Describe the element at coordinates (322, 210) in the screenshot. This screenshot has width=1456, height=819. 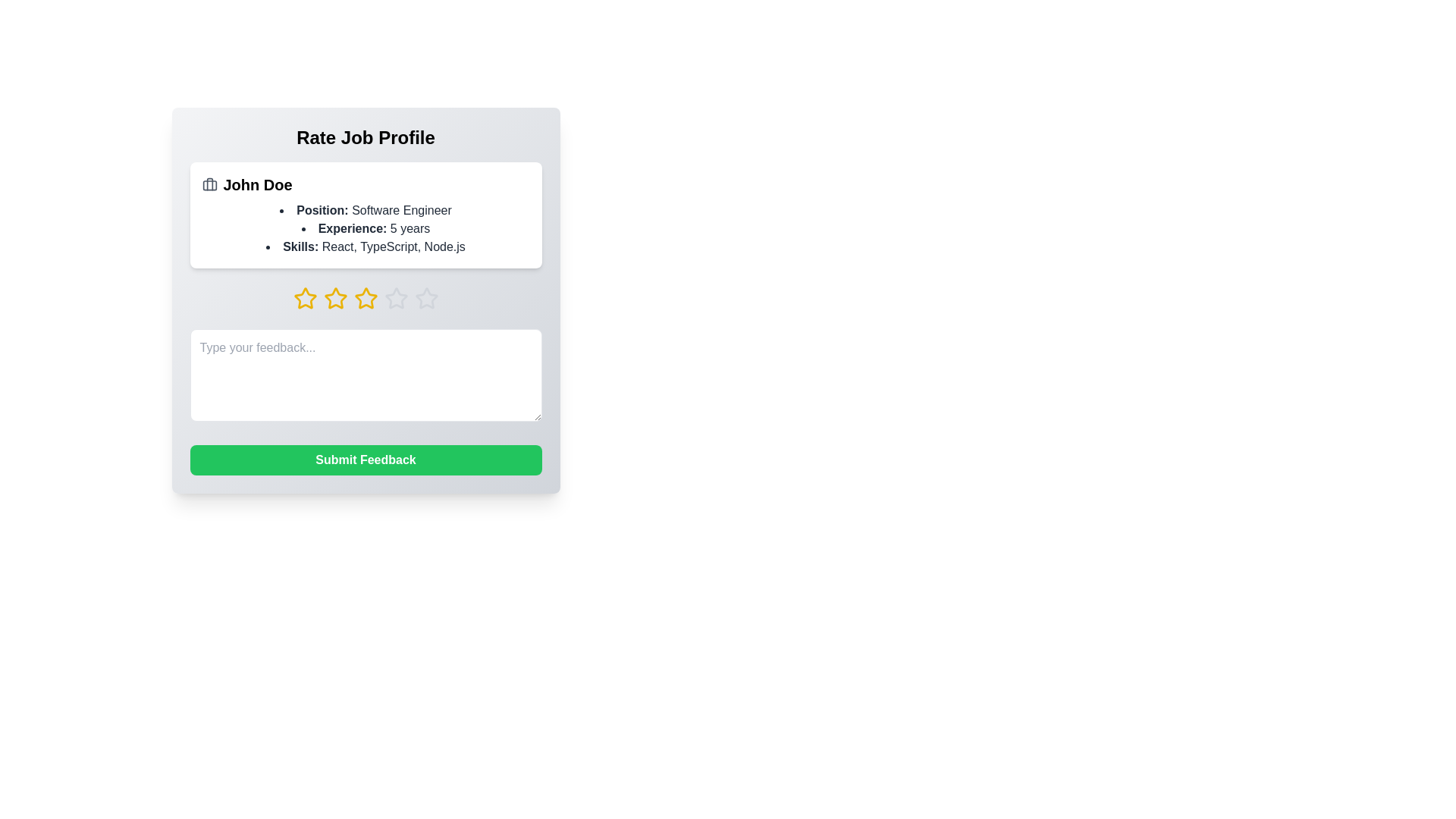
I see `the label text 'Position:' which is bold and styled, located in the profile card section, to the left of 'Software Engineer'` at that location.